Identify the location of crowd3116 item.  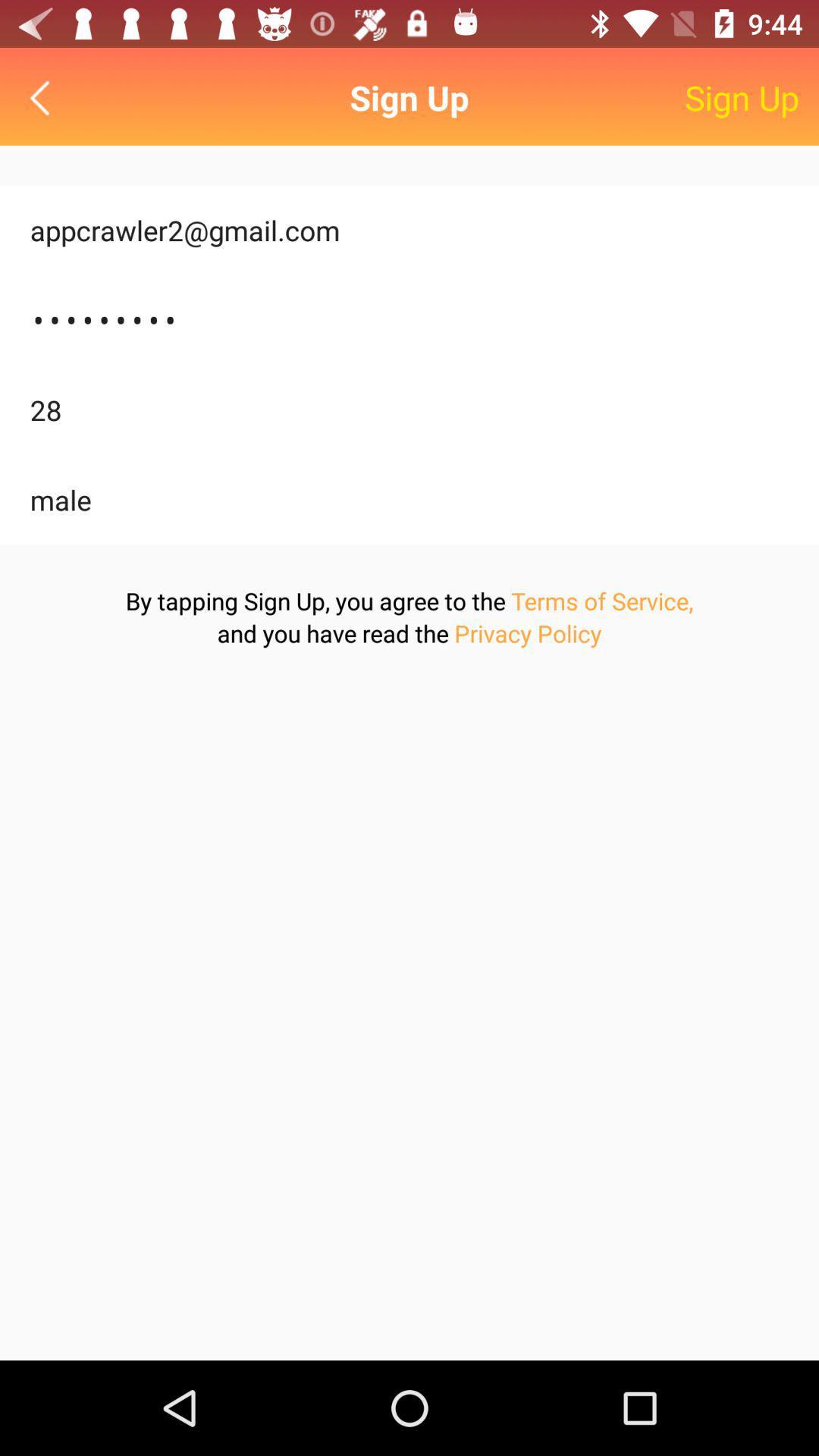
(409, 319).